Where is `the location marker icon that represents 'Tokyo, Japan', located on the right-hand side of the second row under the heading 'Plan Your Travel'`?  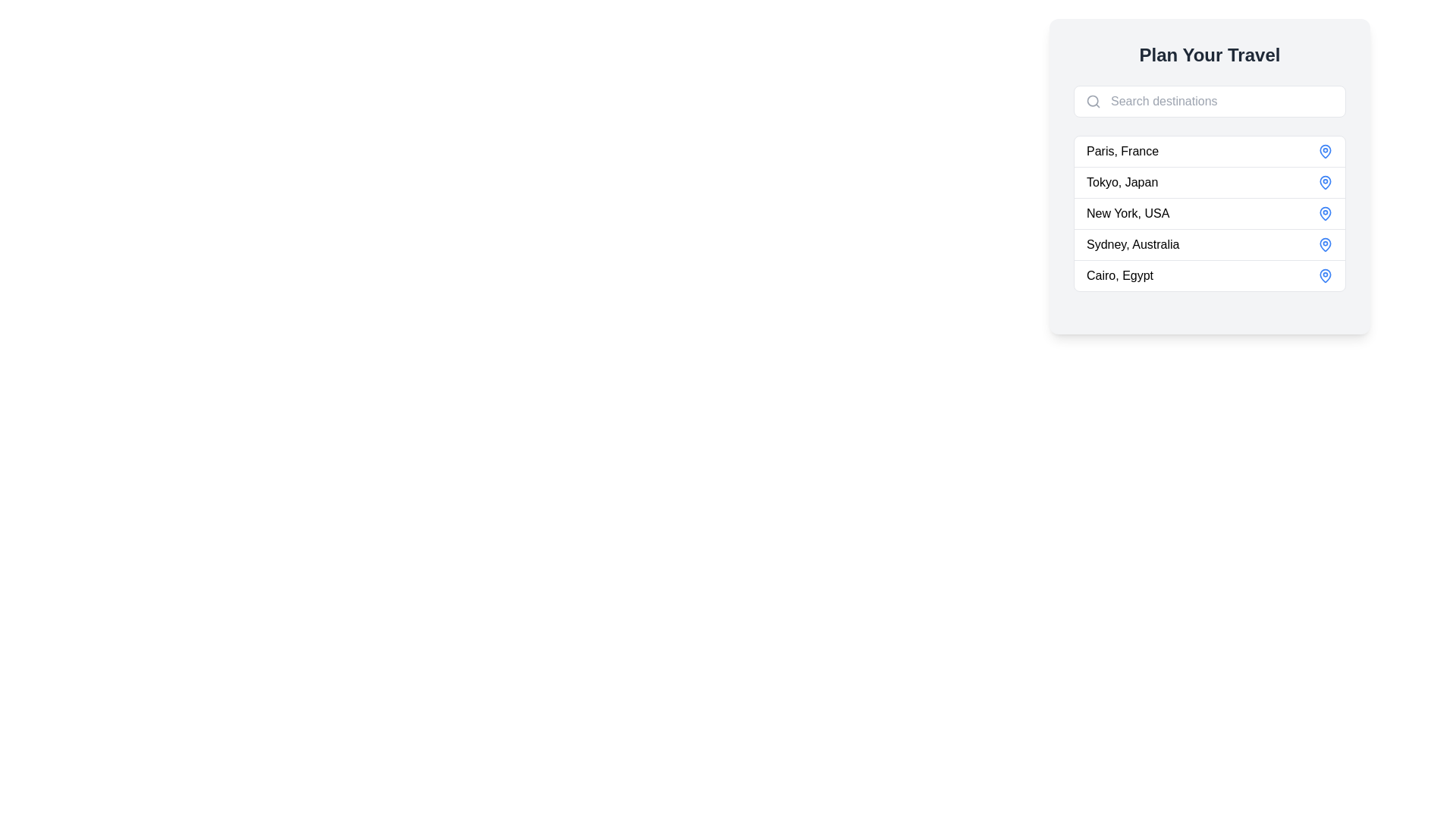 the location marker icon that represents 'Tokyo, Japan', located on the right-hand side of the second row under the heading 'Plan Your Travel' is located at coordinates (1324, 181).